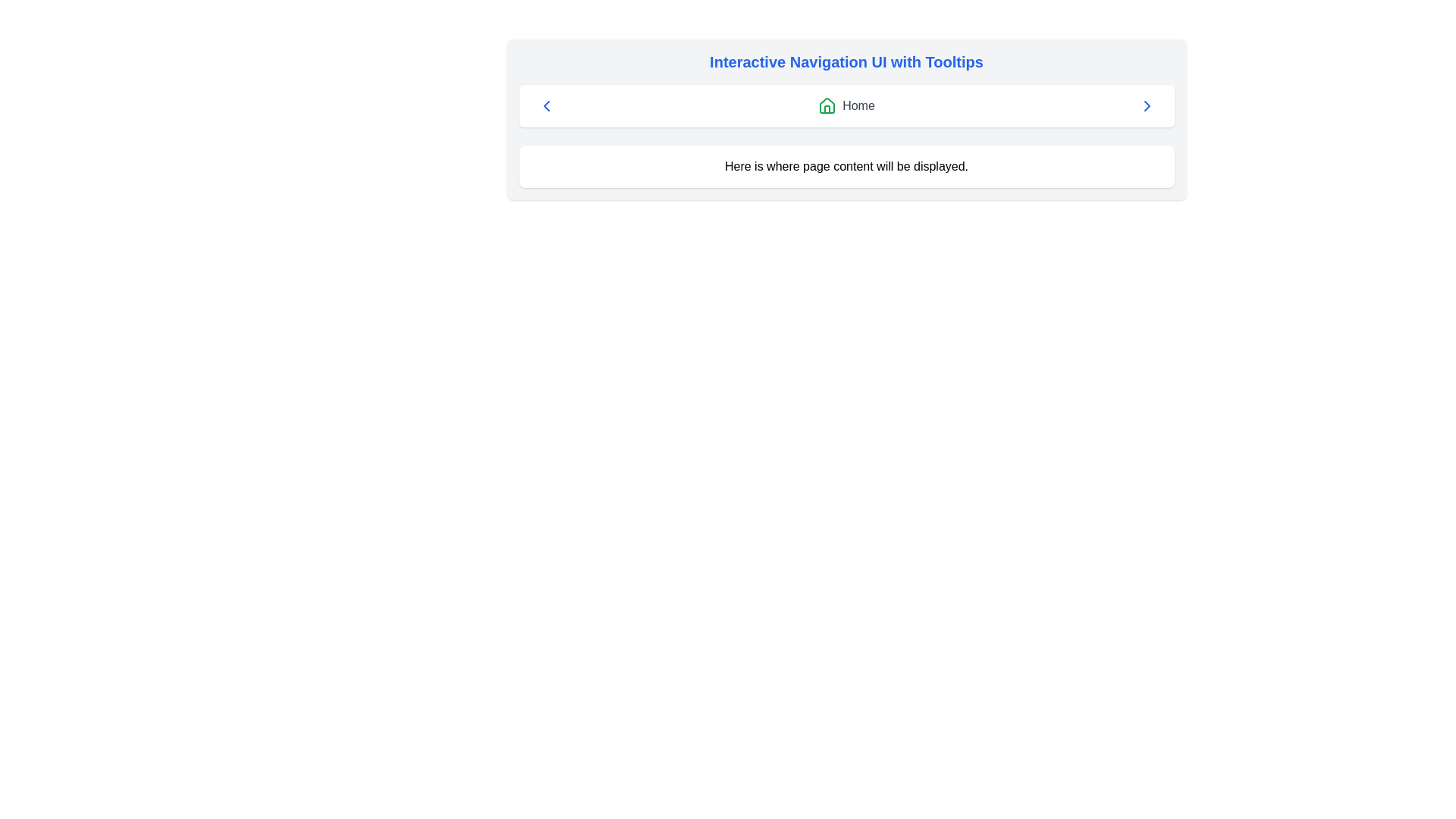 Image resolution: width=1456 pixels, height=819 pixels. What do you see at coordinates (546, 105) in the screenshot?
I see `the blue left arrow icon button in the navigation bar` at bounding box center [546, 105].